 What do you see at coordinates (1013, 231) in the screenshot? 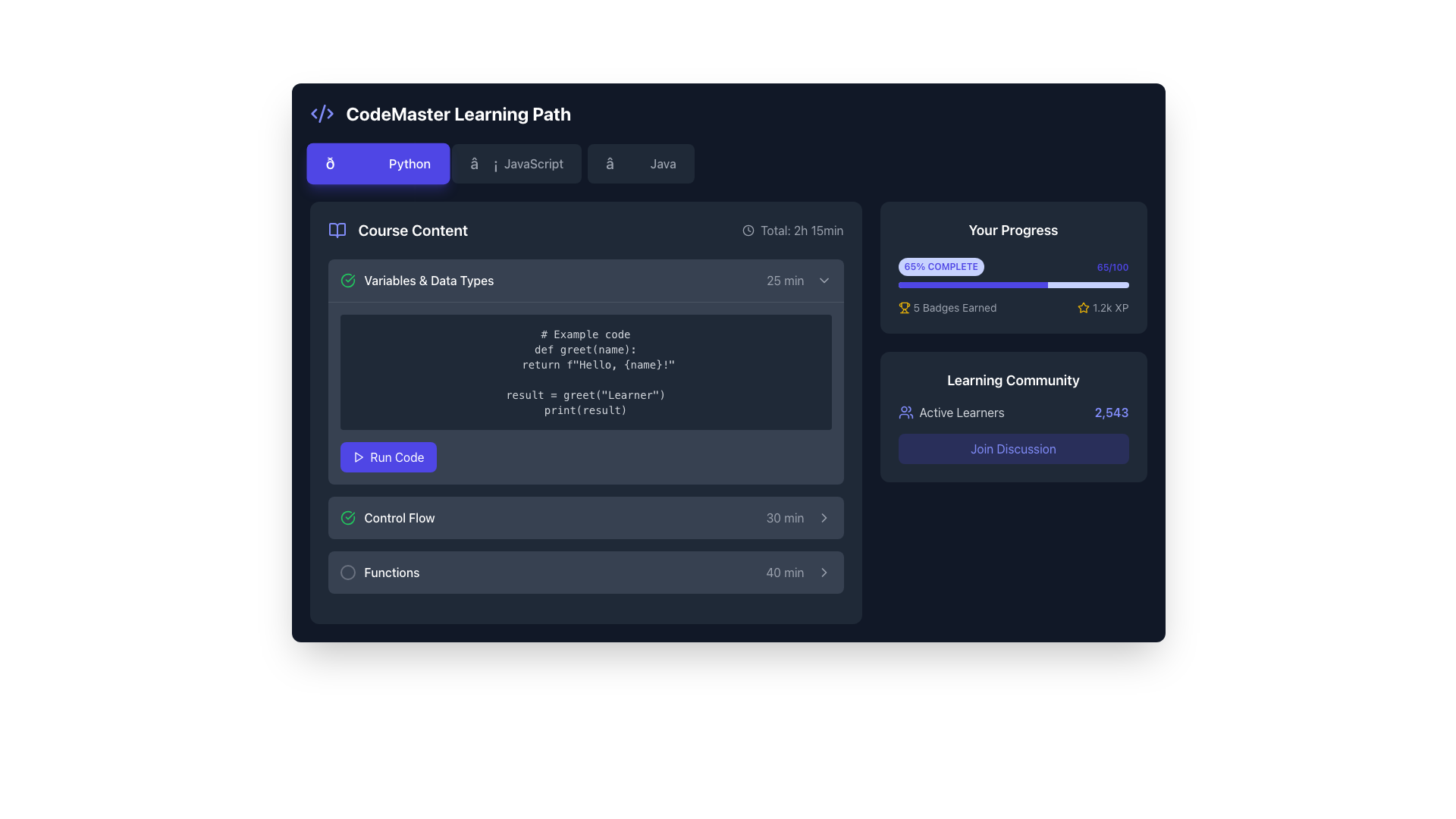
I see `the text block displaying 'Your Progress', which is prominently styled in bold white font against a dark background, located at the top right section of the interface` at bounding box center [1013, 231].